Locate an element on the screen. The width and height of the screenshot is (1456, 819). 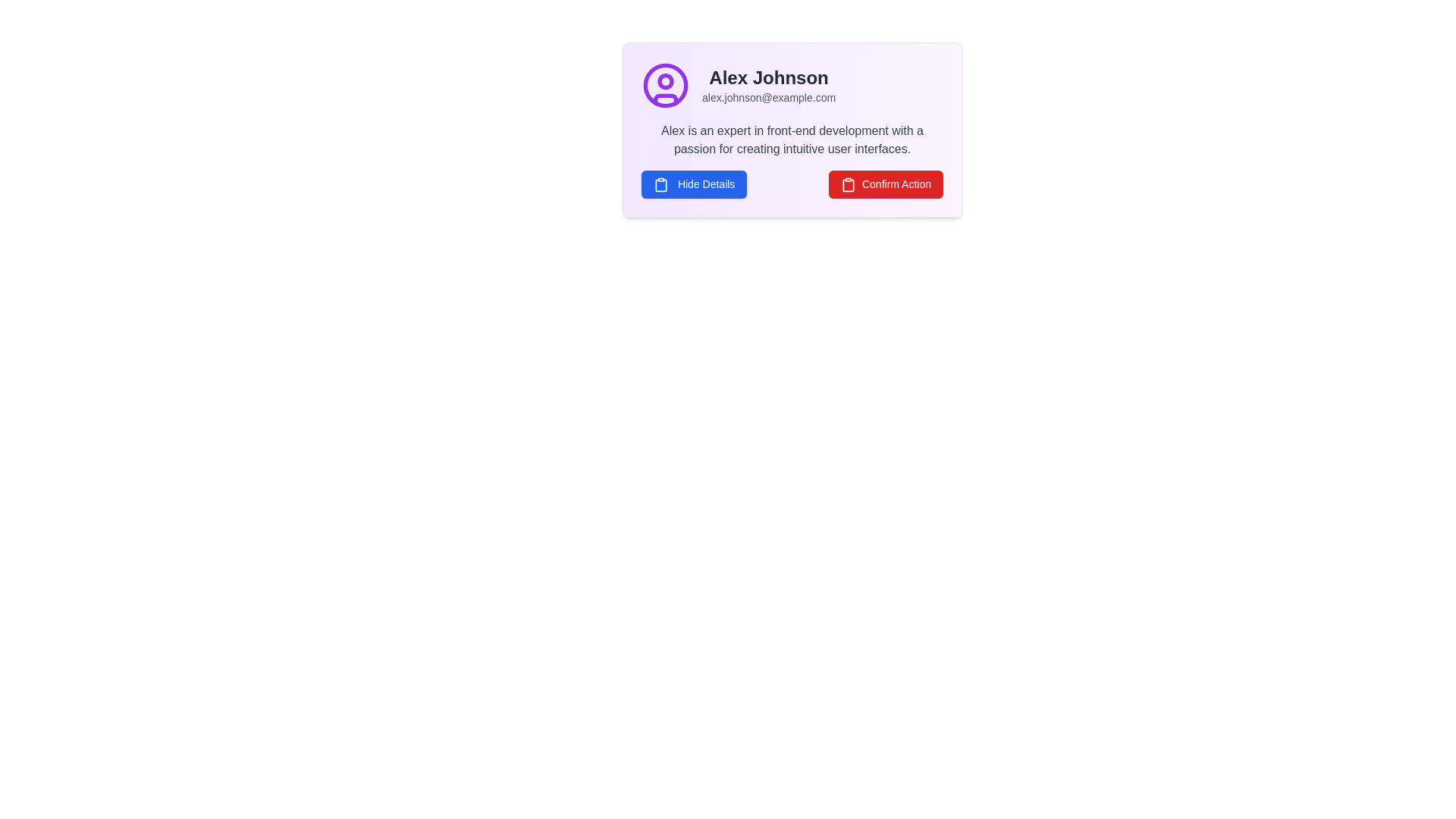
the static text element displaying the email address associated with the profile, which is located directly below the name 'Alex Johnson' is located at coordinates (769, 97).